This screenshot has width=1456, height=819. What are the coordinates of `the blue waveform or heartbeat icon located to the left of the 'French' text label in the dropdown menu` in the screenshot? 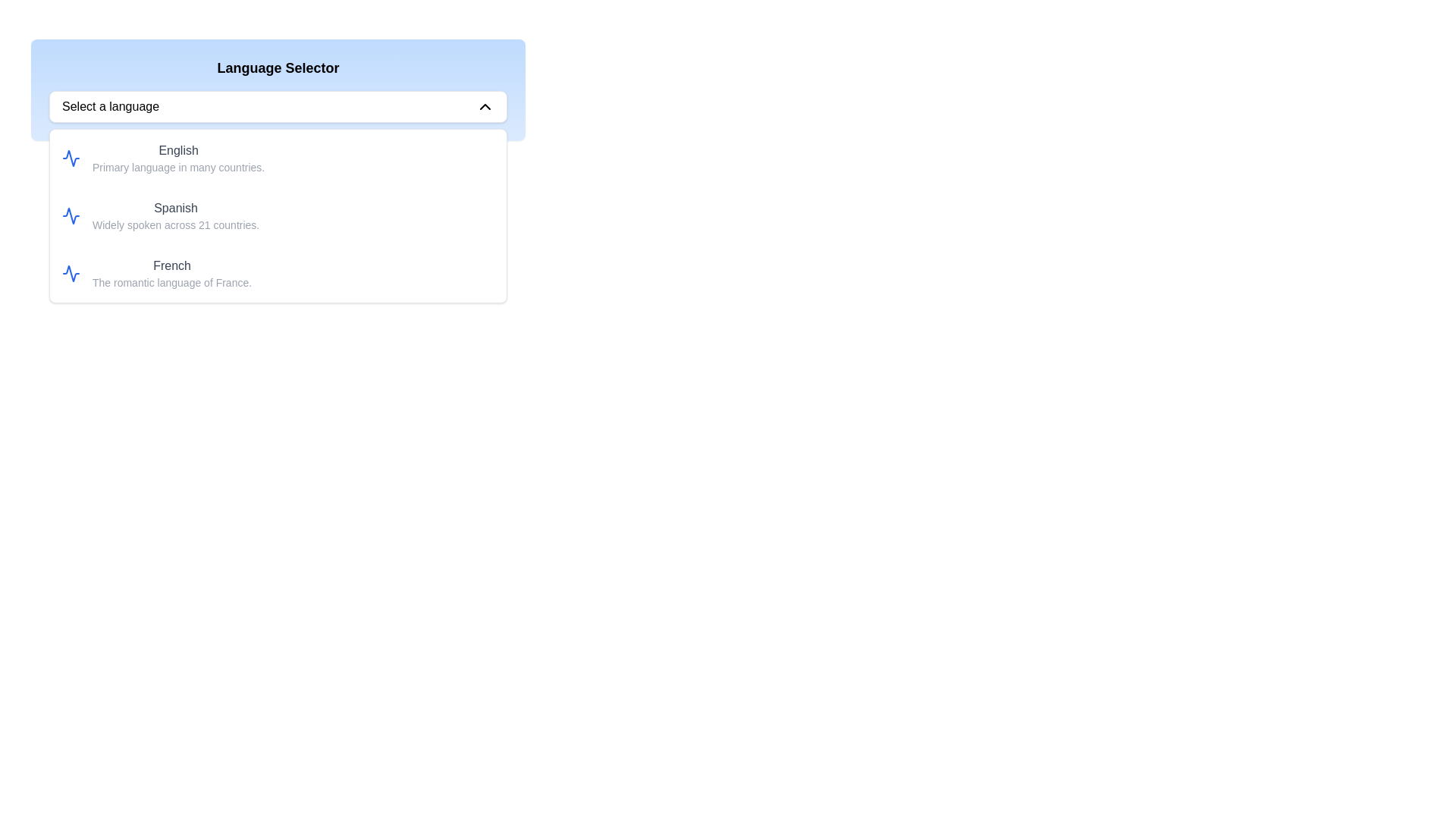 It's located at (71, 274).